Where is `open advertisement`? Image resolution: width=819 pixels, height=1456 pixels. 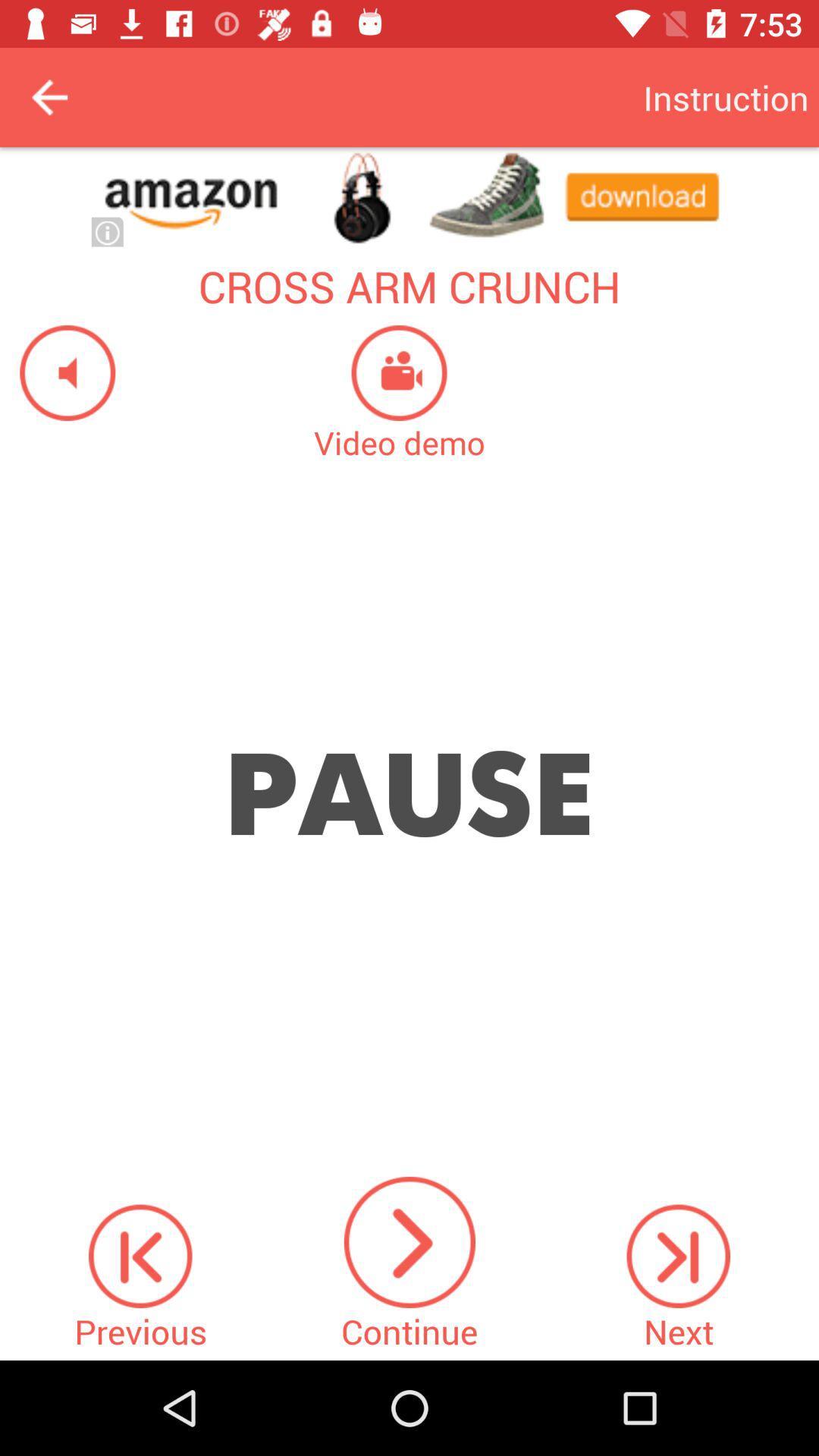
open advertisement is located at coordinates (409, 196).